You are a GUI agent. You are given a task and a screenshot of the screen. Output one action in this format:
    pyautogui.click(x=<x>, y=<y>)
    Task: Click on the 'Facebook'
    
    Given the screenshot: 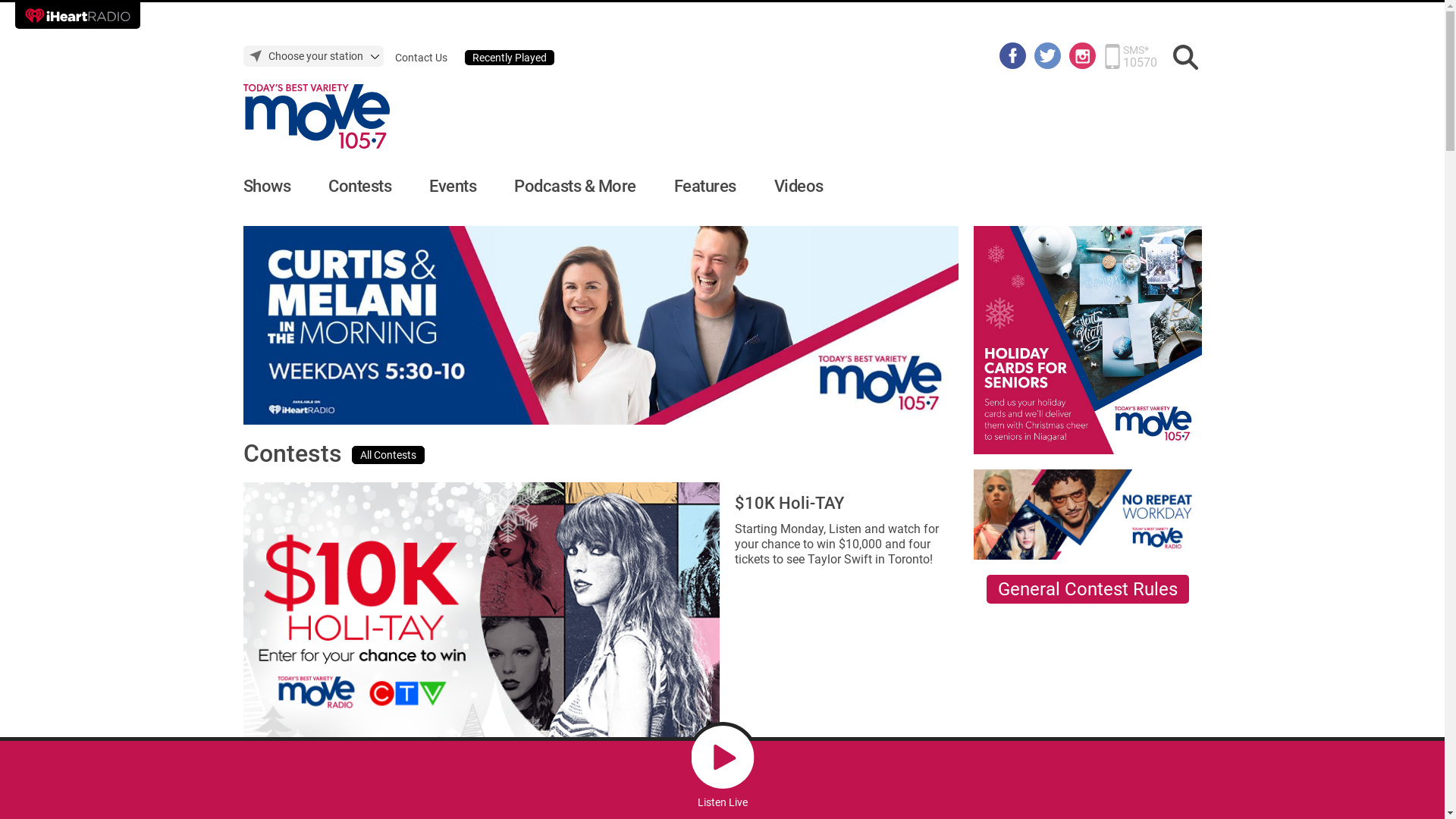 What is the action you would take?
    pyautogui.click(x=999, y=54)
    